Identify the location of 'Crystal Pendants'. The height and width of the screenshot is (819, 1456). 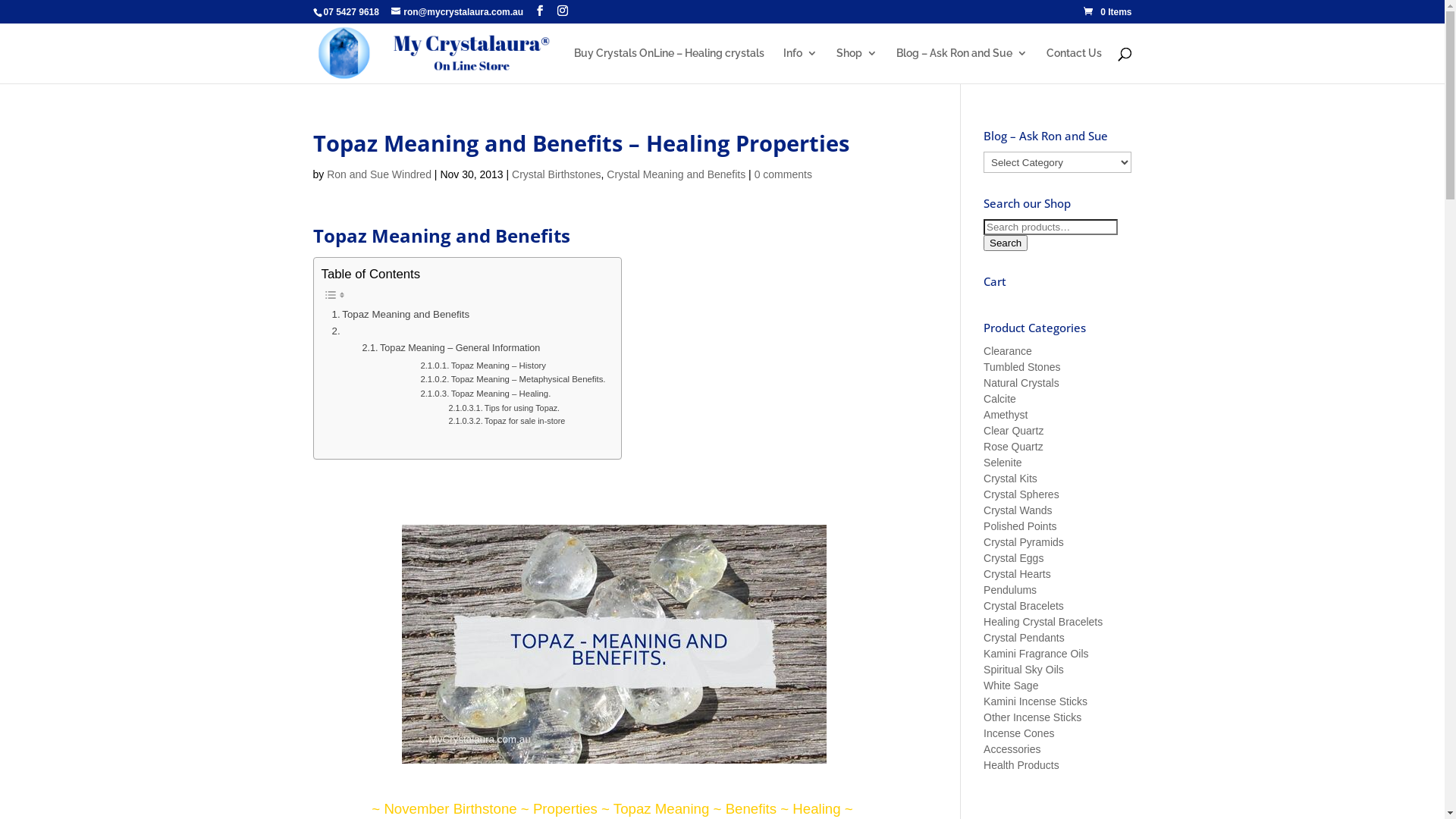
(1024, 637).